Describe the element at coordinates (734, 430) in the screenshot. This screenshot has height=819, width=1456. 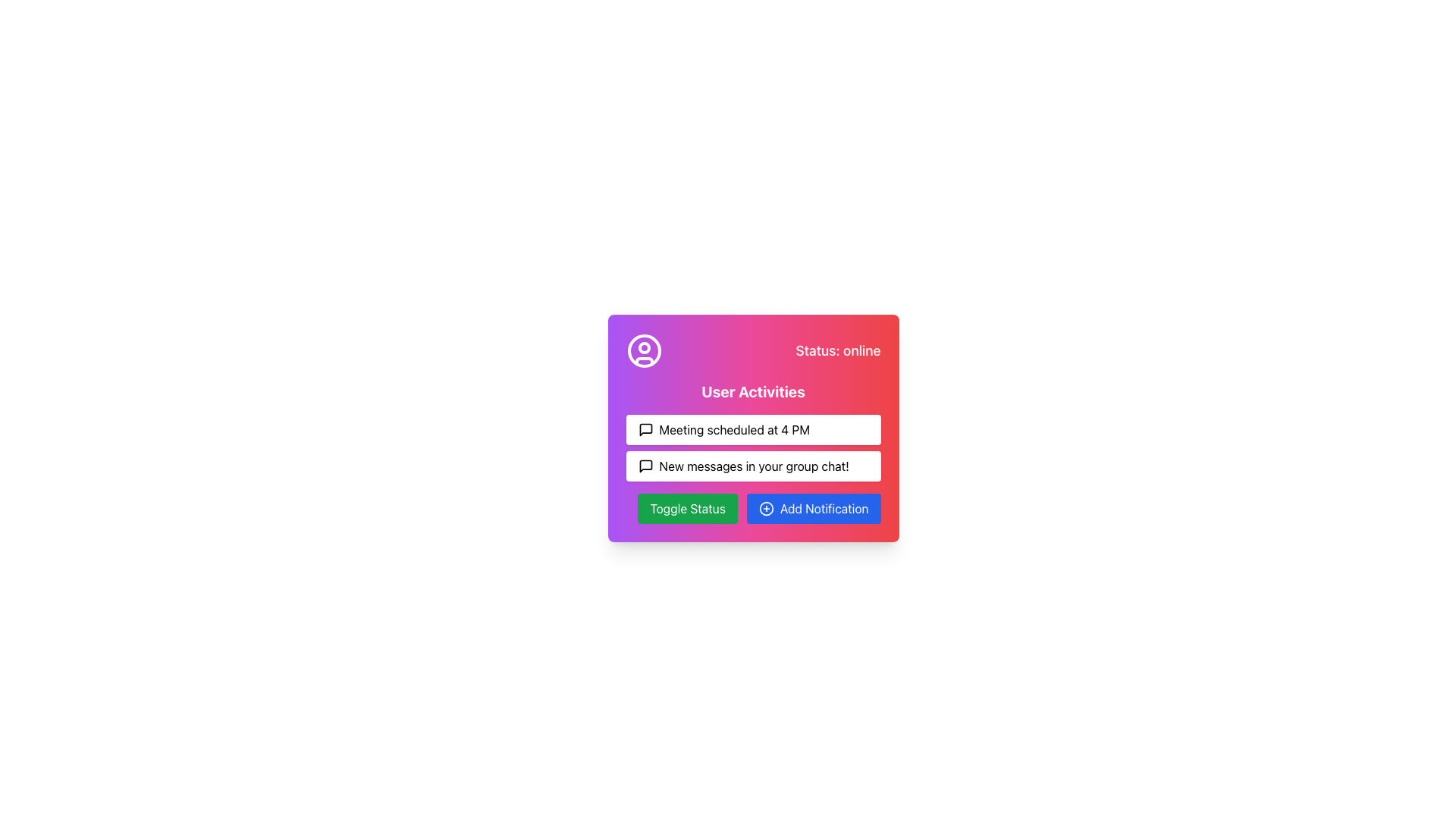
I see `the text label that reads 'Meeting scheduled at 4 PM', which is styled in black text on a white rectangular background and positioned adjacent to a speech bubble icon` at that location.